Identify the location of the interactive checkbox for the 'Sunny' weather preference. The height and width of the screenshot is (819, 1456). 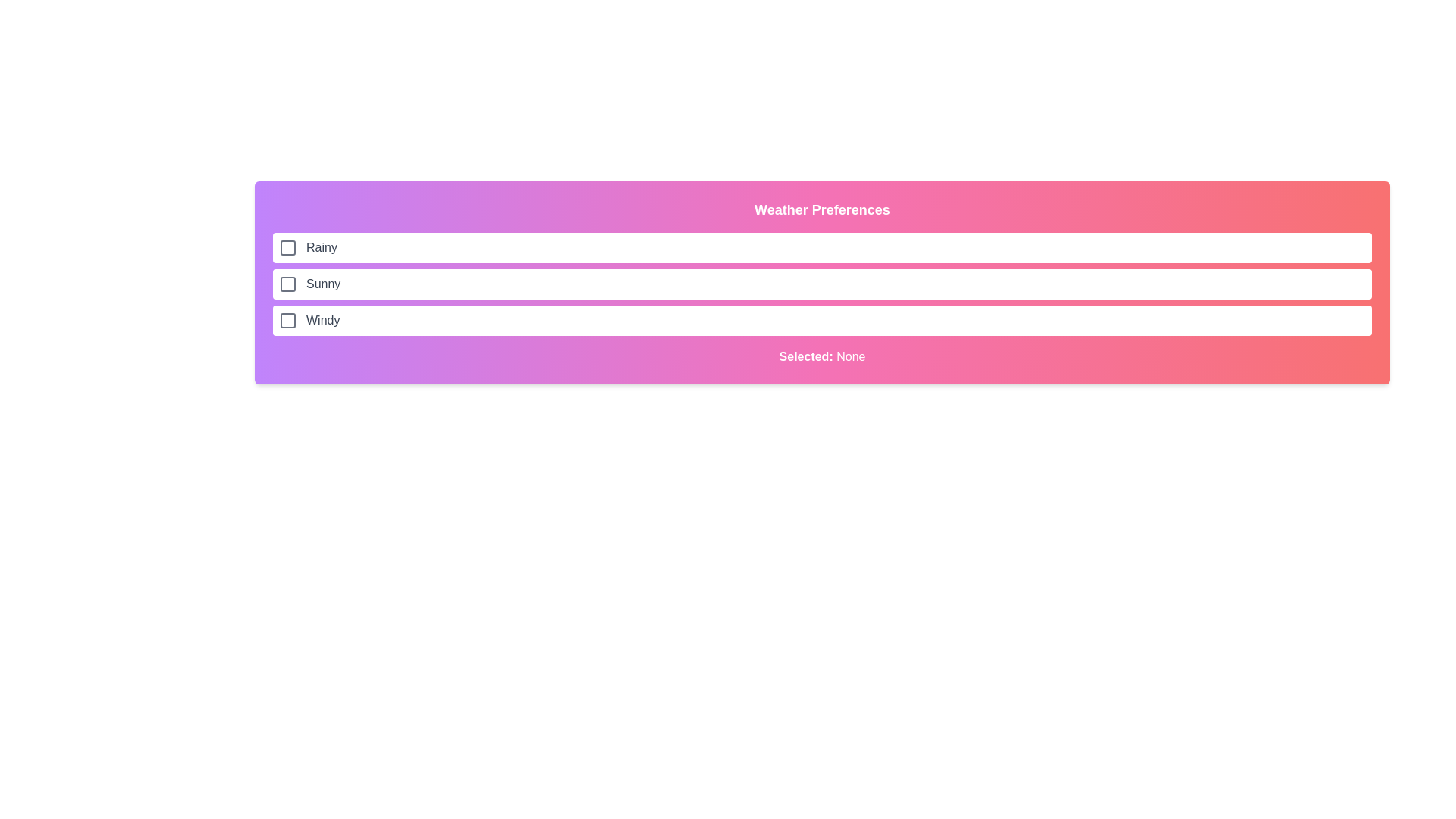
(287, 284).